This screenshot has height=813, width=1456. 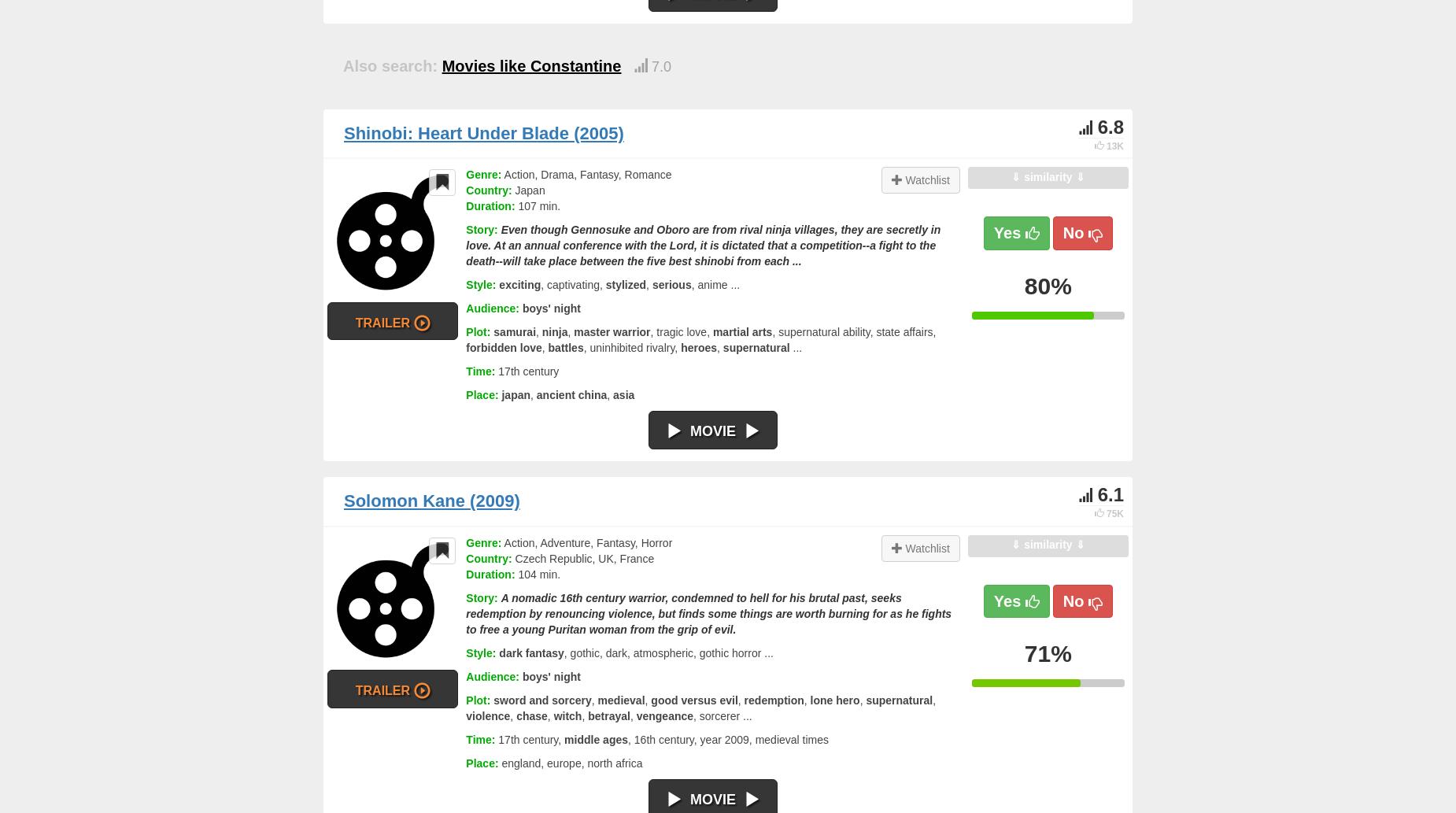 What do you see at coordinates (1110, 493) in the screenshot?
I see `'6.1'` at bounding box center [1110, 493].